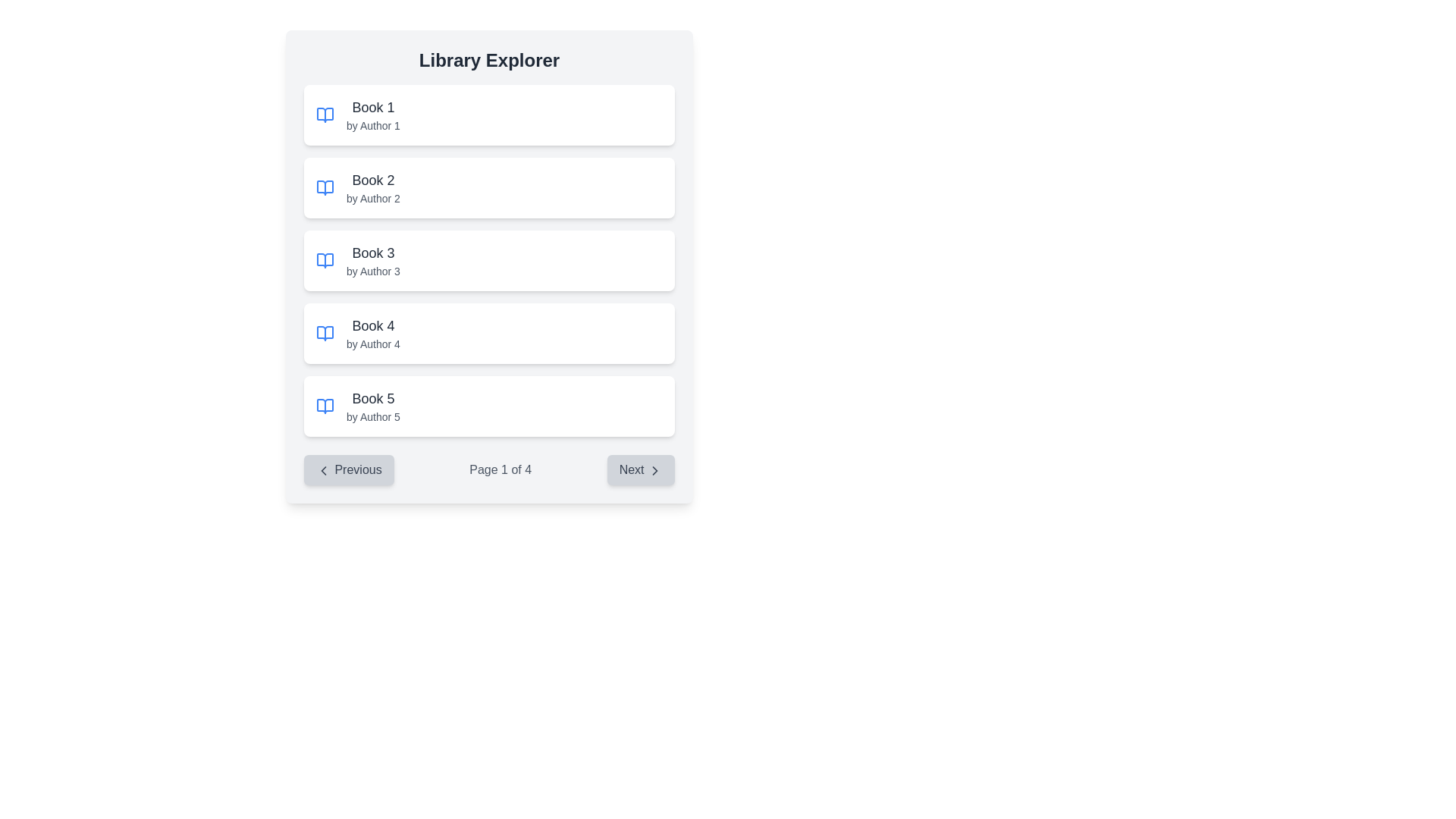  I want to click on the text display pair that shows the book title 'Book 2' and subtitle 'by Author 2', which is located in the second row of the library interface, so click(373, 187).